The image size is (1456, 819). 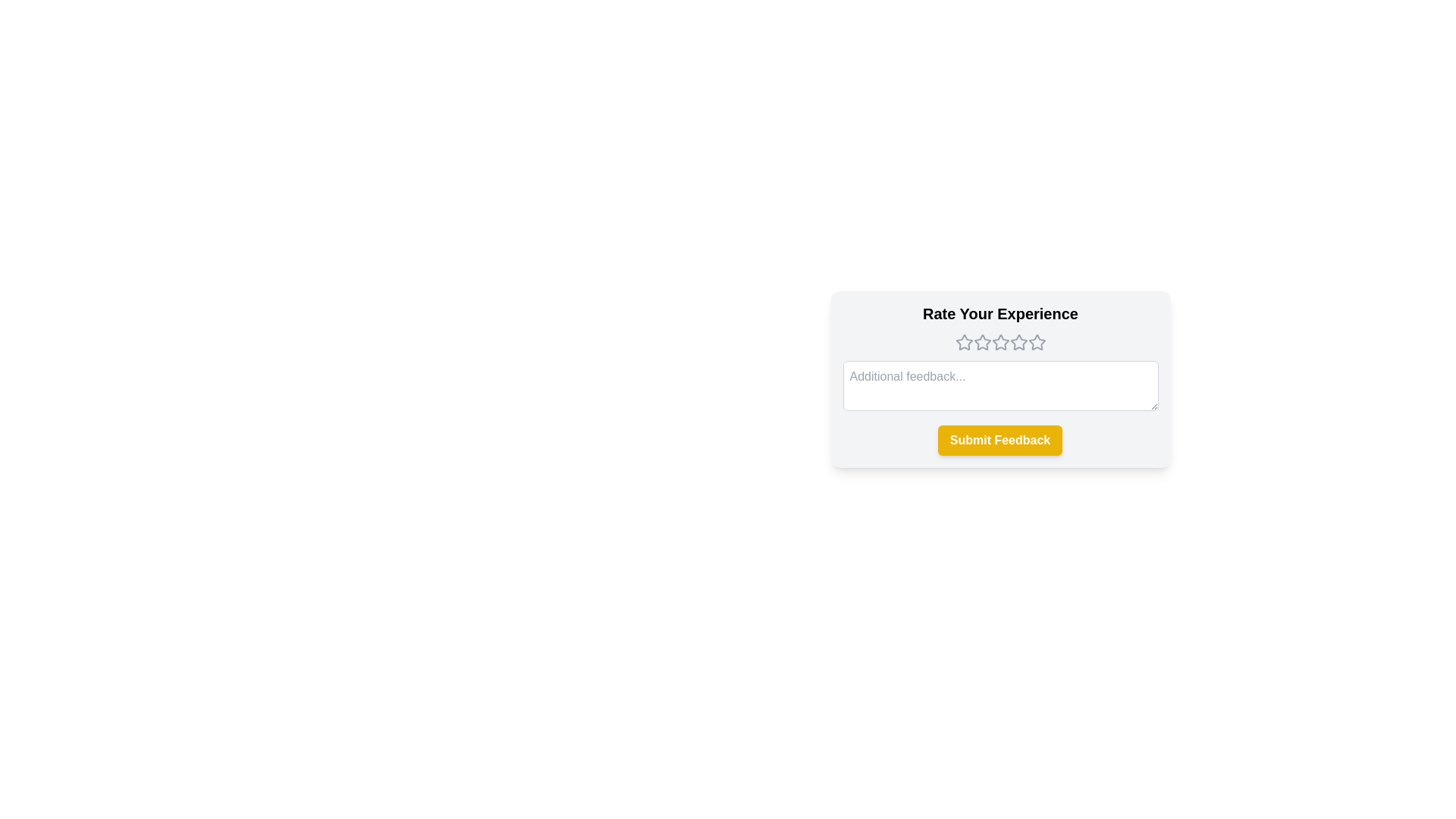 I want to click on the fourth gray star icon in the star rating control group, so click(x=1018, y=342).